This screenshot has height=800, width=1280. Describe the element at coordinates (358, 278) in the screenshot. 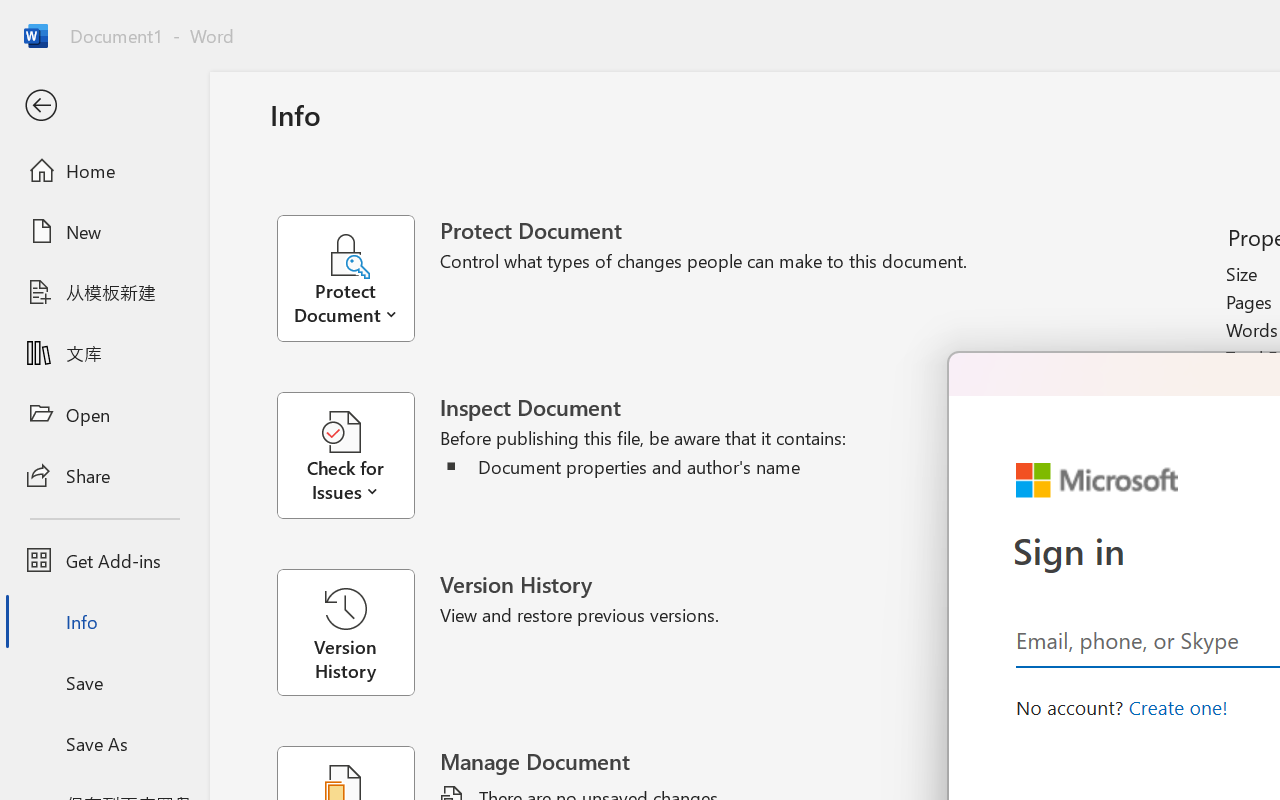

I see `'Protect Document'` at that location.